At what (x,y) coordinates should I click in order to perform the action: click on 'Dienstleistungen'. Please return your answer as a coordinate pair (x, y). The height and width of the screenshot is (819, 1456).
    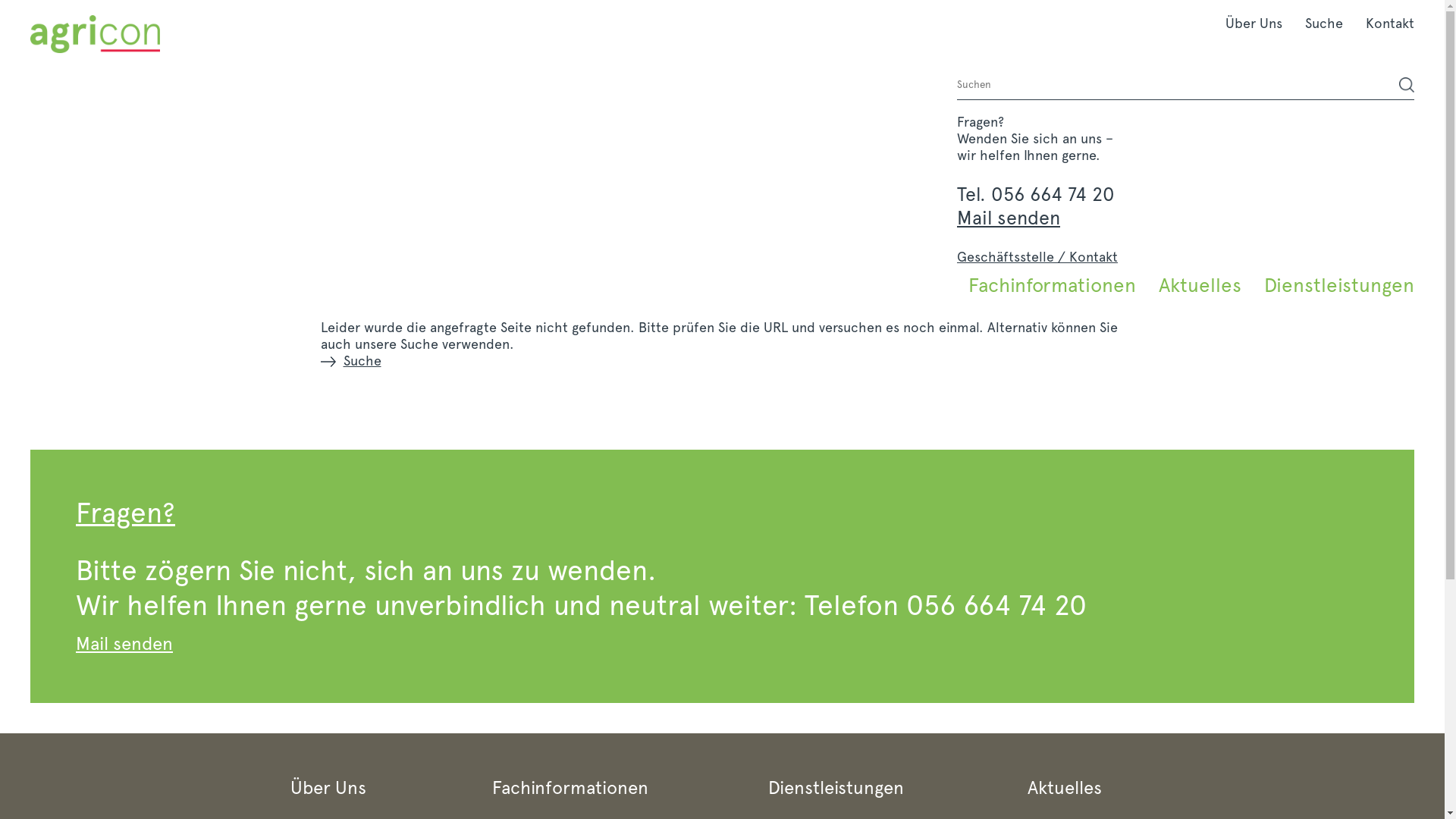
    Looking at the image, I should click on (1252, 284).